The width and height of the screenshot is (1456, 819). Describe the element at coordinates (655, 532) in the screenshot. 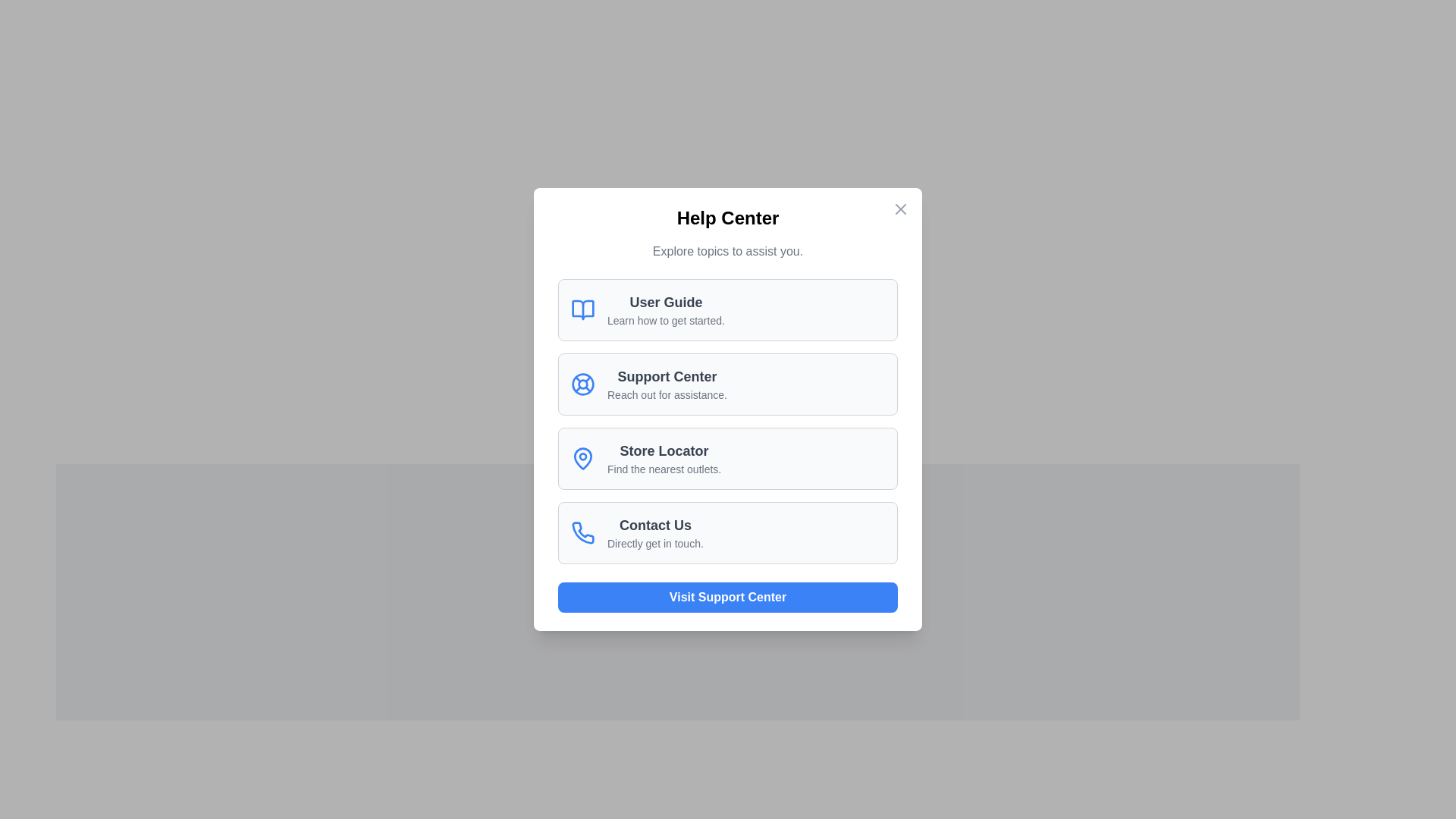

I see `text content of the informational section that provides contact information, positioned below 'Store Locator' and above the 'Visit Support Center' button` at that location.